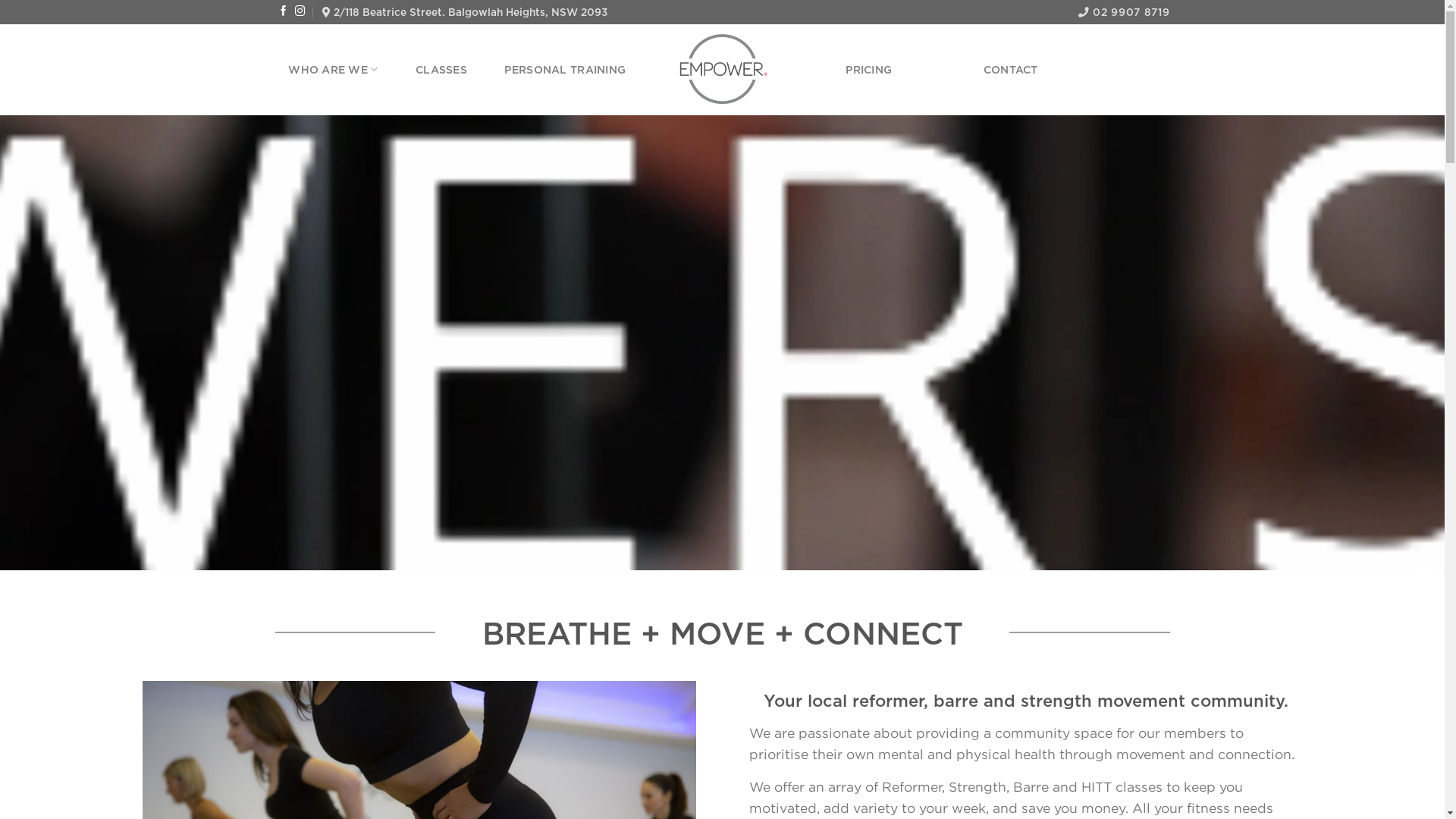  What do you see at coordinates (294, 11) in the screenshot?
I see `'Follow on Instagram'` at bounding box center [294, 11].